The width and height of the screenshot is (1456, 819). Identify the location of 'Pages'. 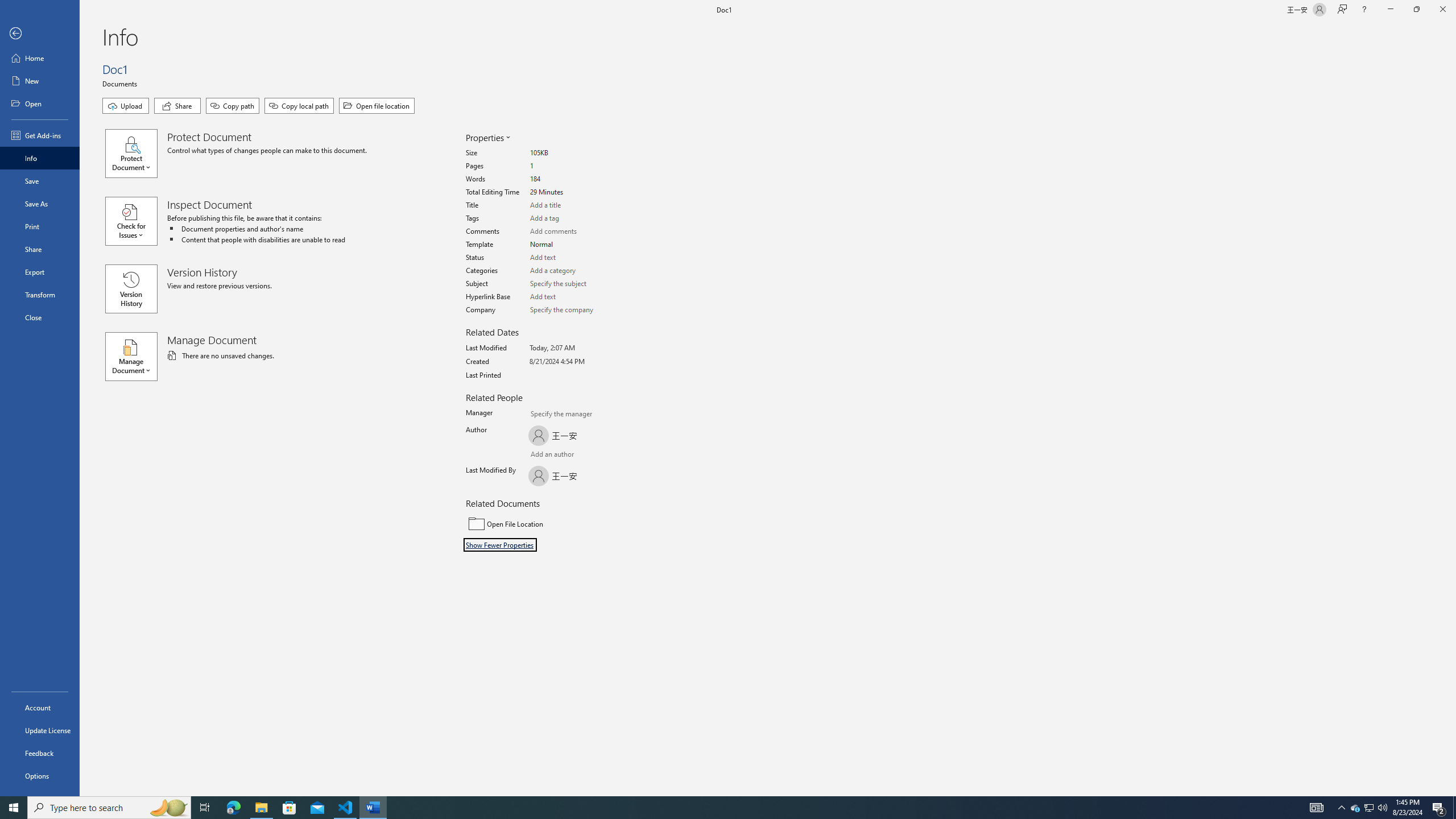
(572, 166).